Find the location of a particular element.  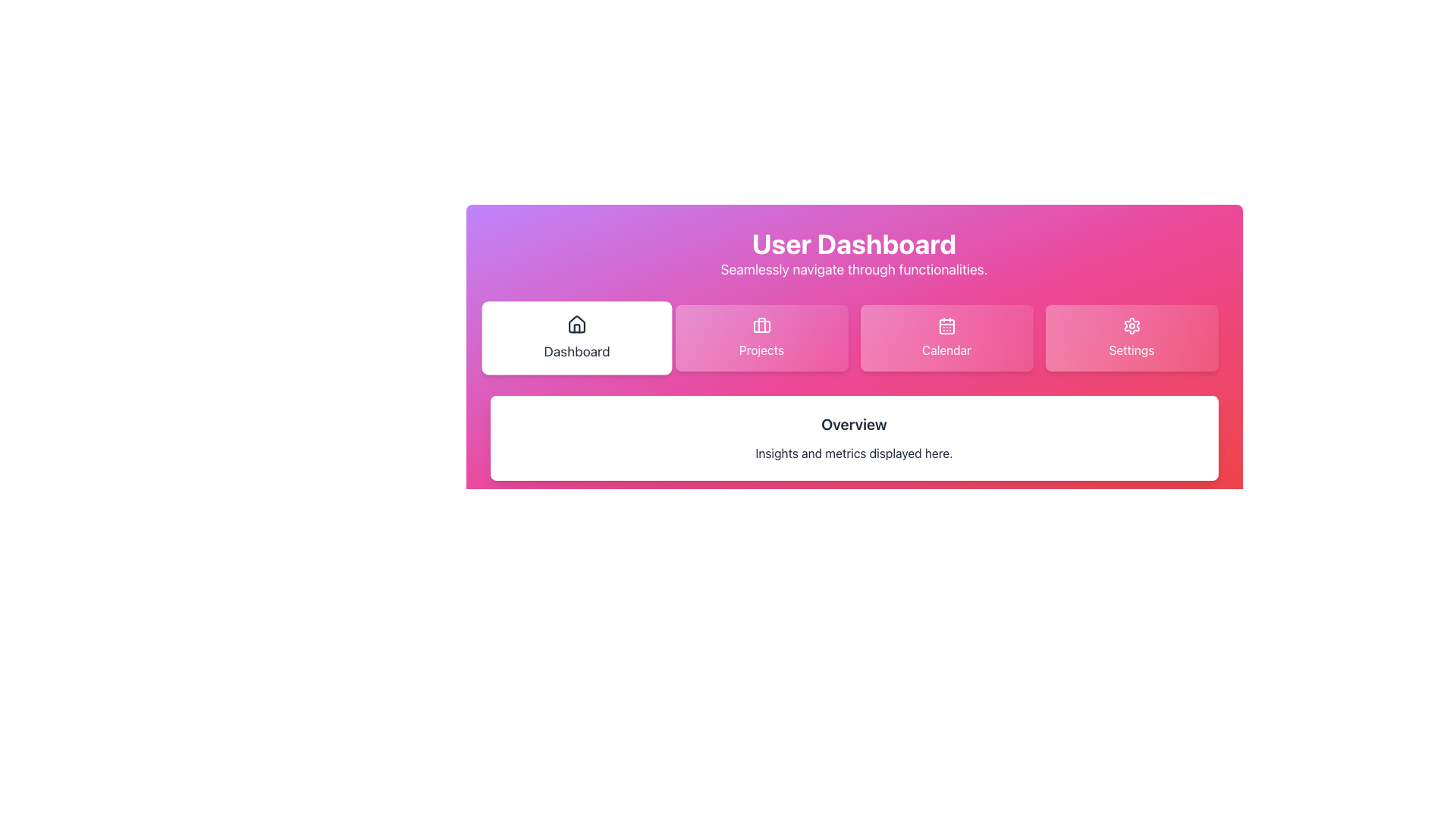

instructions displayed in the text 'Seamlessly navigate through functionalities.' located below the 'User Dashboard' heading on the gradient pink-purple background is located at coordinates (854, 268).